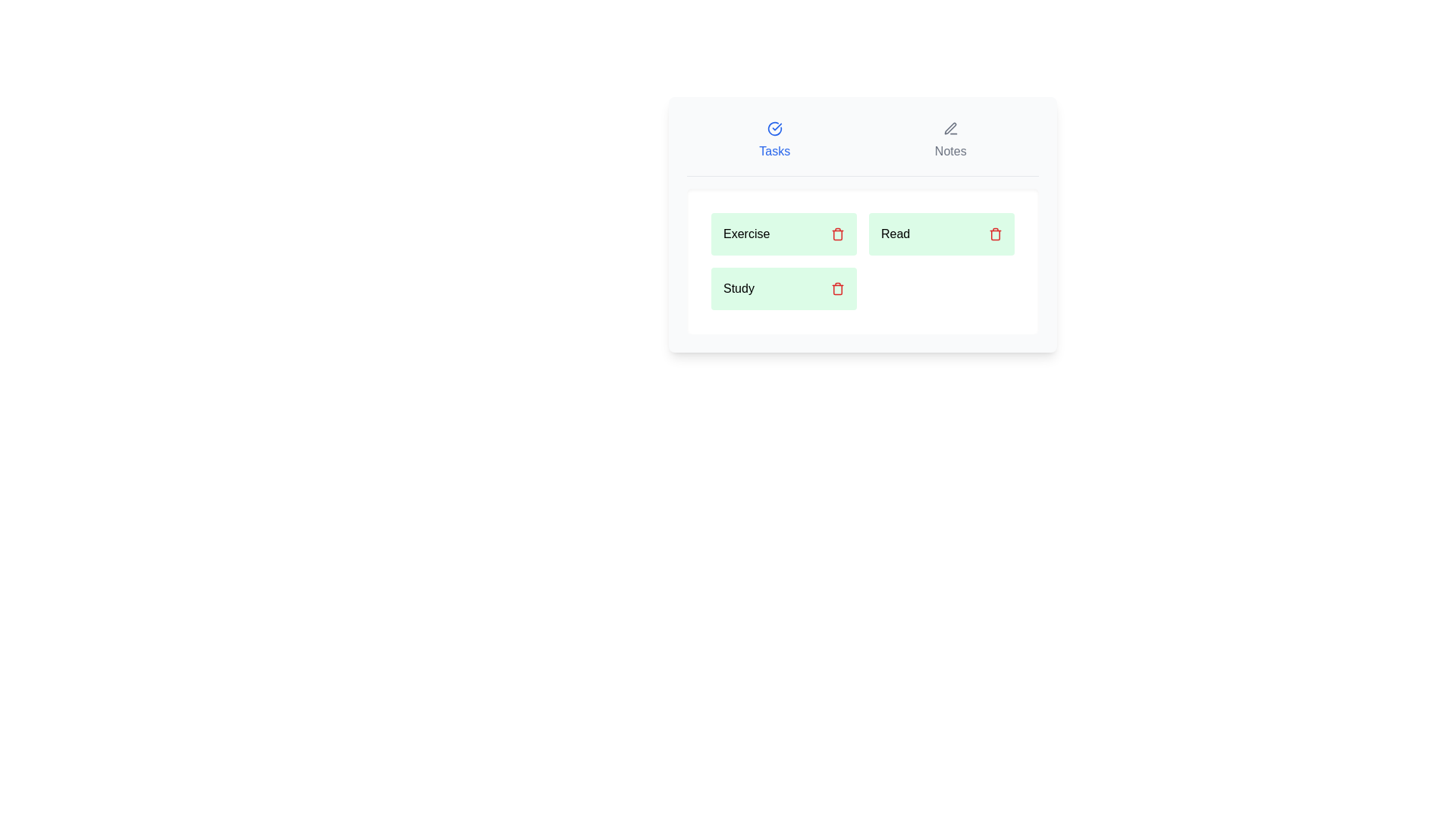  Describe the element at coordinates (774, 140) in the screenshot. I see `the active tab labeled 'Tasks' to refresh its content` at that location.